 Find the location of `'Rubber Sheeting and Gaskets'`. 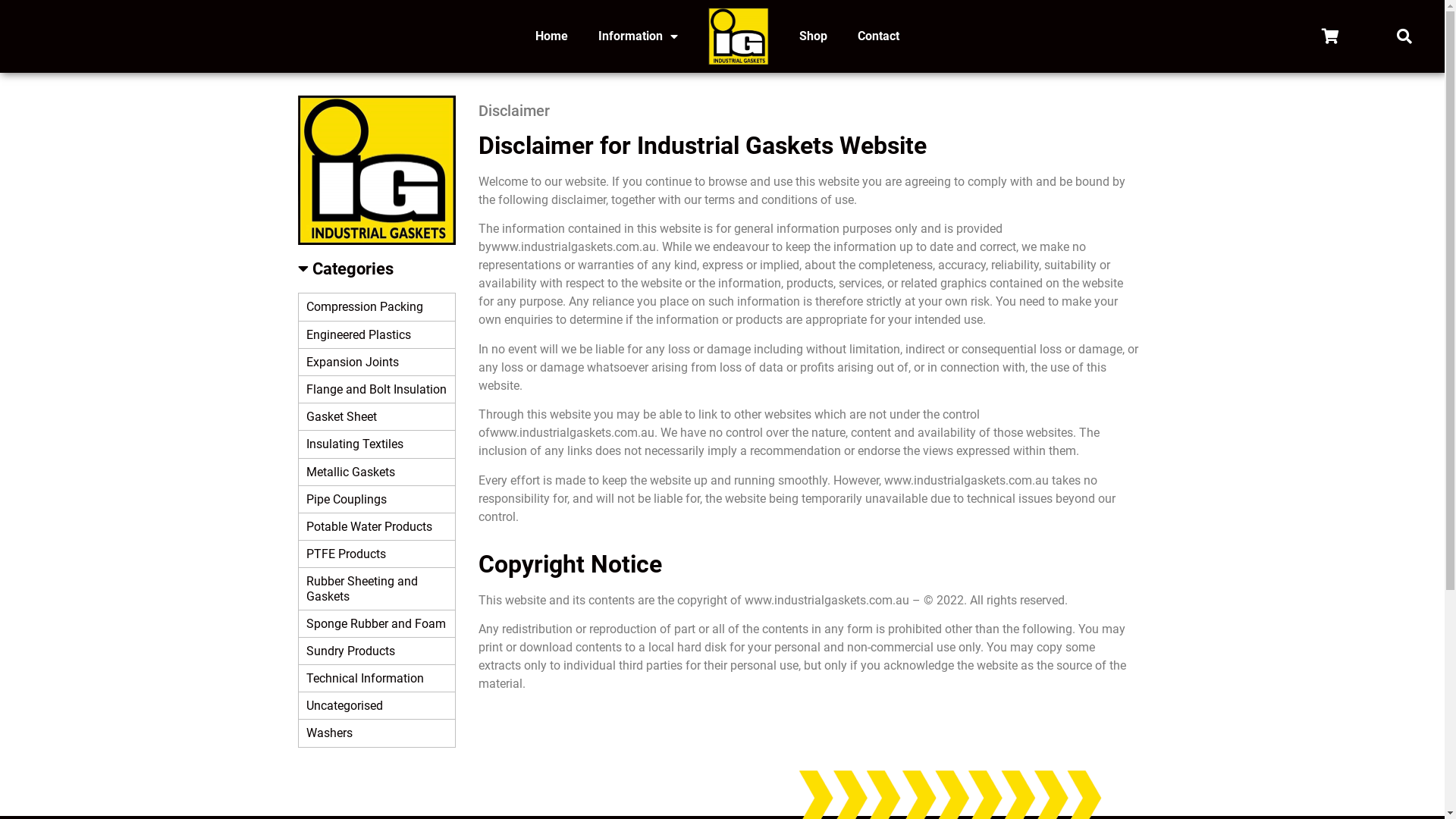

'Rubber Sheeting and Gaskets' is located at coordinates (377, 588).